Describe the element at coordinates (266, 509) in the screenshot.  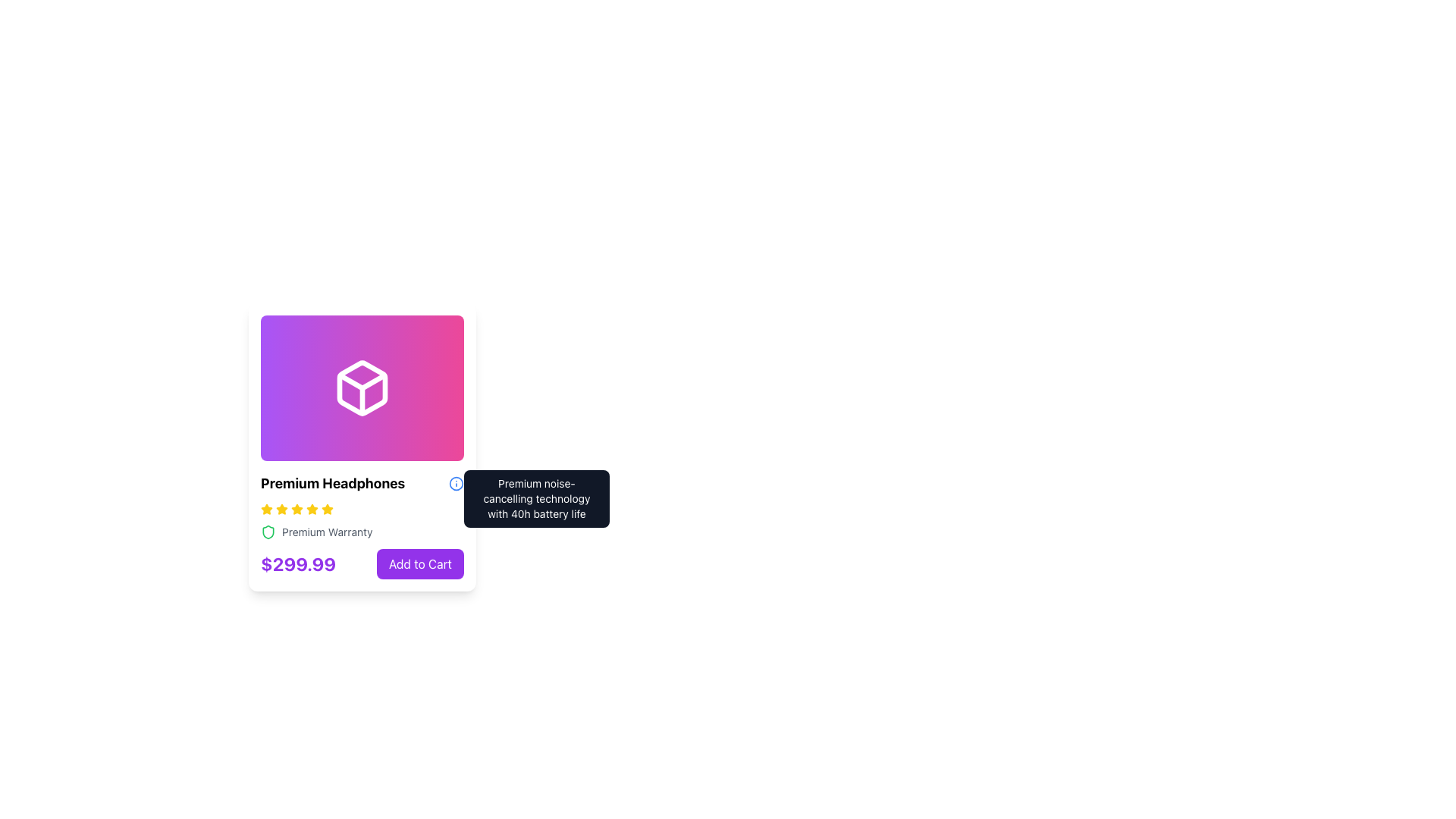
I see `the first star icon, which is a five-pointed yellow star, to interact with the rating system` at that location.